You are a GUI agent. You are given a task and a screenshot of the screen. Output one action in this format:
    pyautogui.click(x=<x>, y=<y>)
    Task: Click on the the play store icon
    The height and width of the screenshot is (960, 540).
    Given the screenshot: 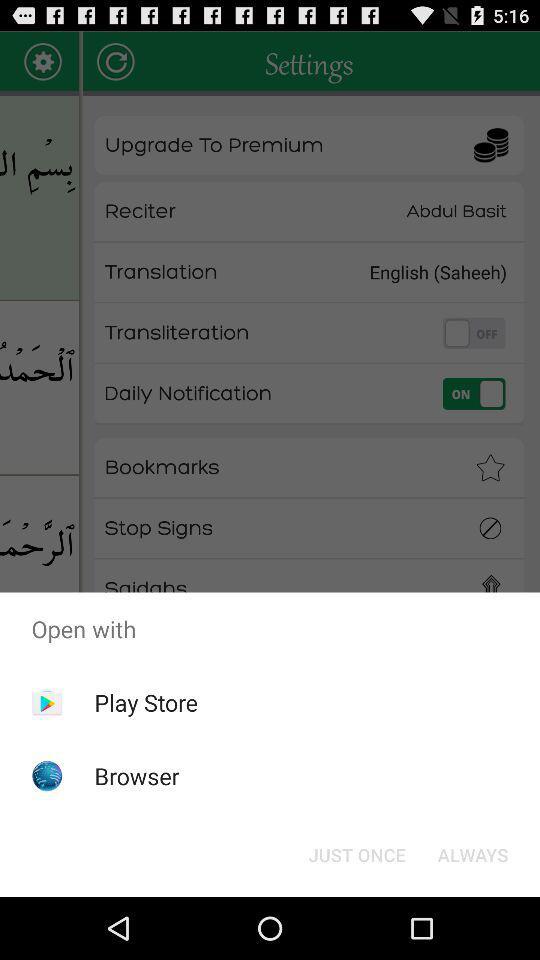 What is the action you would take?
    pyautogui.click(x=145, y=702)
    